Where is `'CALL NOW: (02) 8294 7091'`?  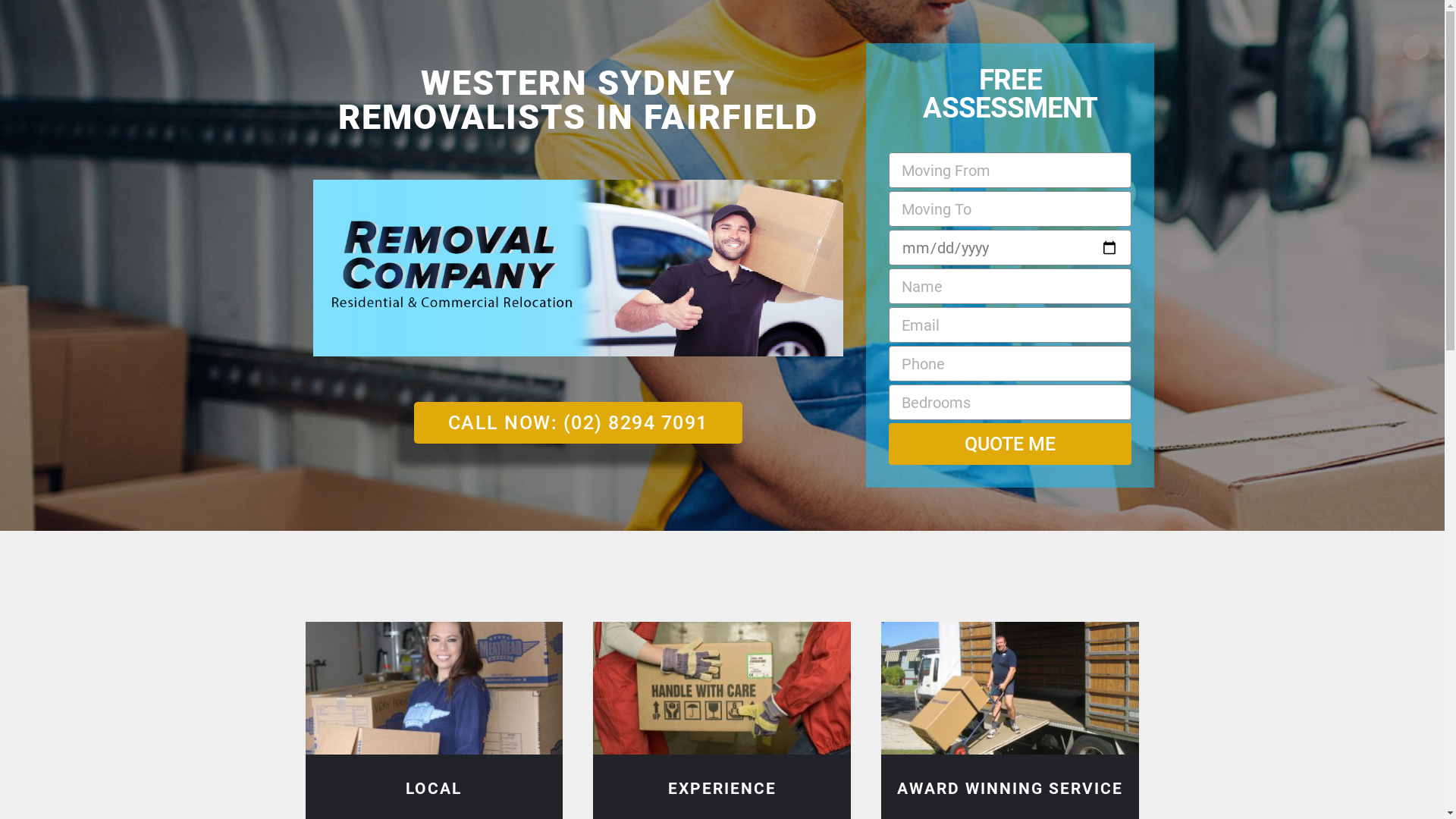 'CALL NOW: (02) 8294 7091' is located at coordinates (577, 422).